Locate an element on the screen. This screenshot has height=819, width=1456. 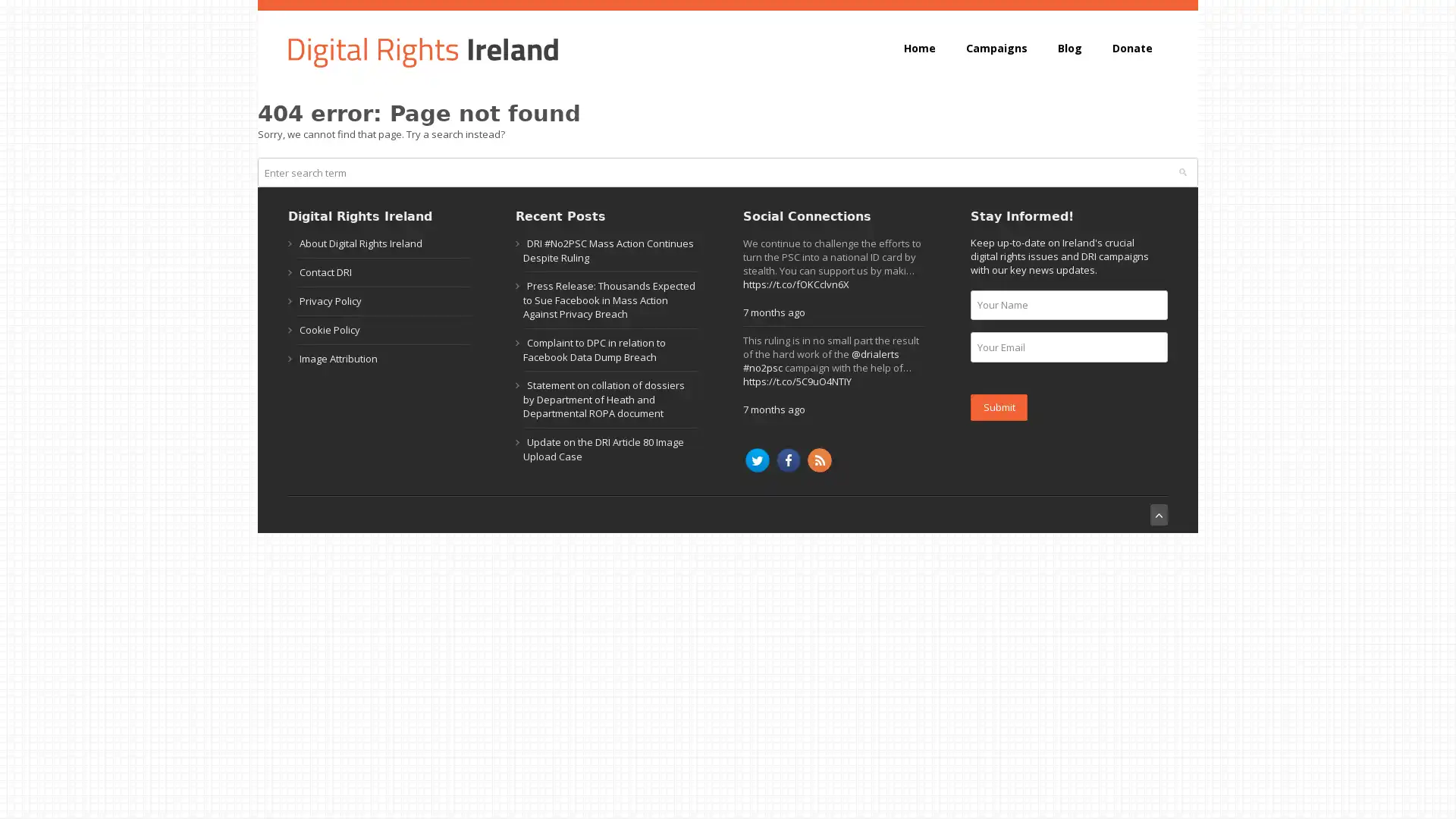
Submit is located at coordinates (999, 406).